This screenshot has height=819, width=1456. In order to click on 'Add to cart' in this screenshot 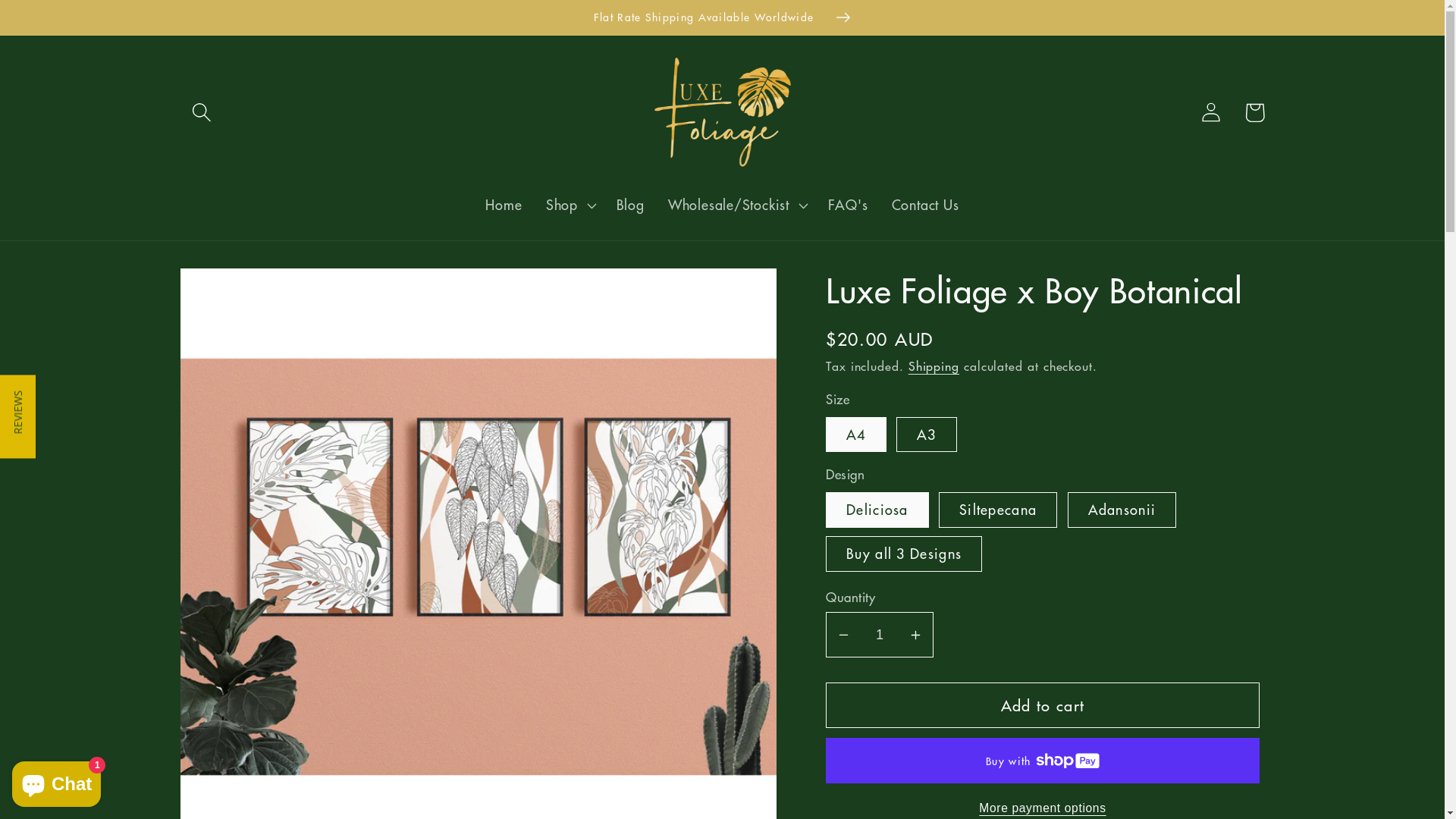, I will do `click(1041, 705)`.